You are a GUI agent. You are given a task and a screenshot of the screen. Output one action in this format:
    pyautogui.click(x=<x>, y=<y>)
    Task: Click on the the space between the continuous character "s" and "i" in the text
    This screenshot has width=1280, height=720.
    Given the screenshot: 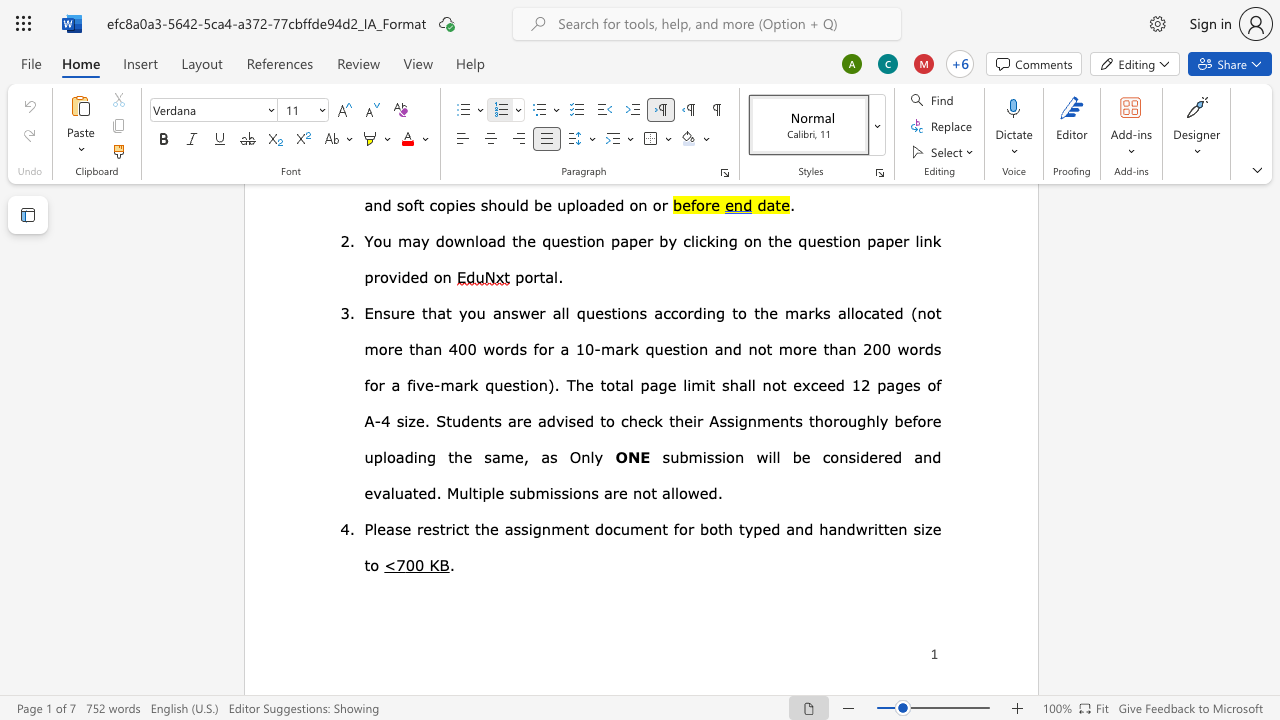 What is the action you would take?
    pyautogui.click(x=732, y=419)
    